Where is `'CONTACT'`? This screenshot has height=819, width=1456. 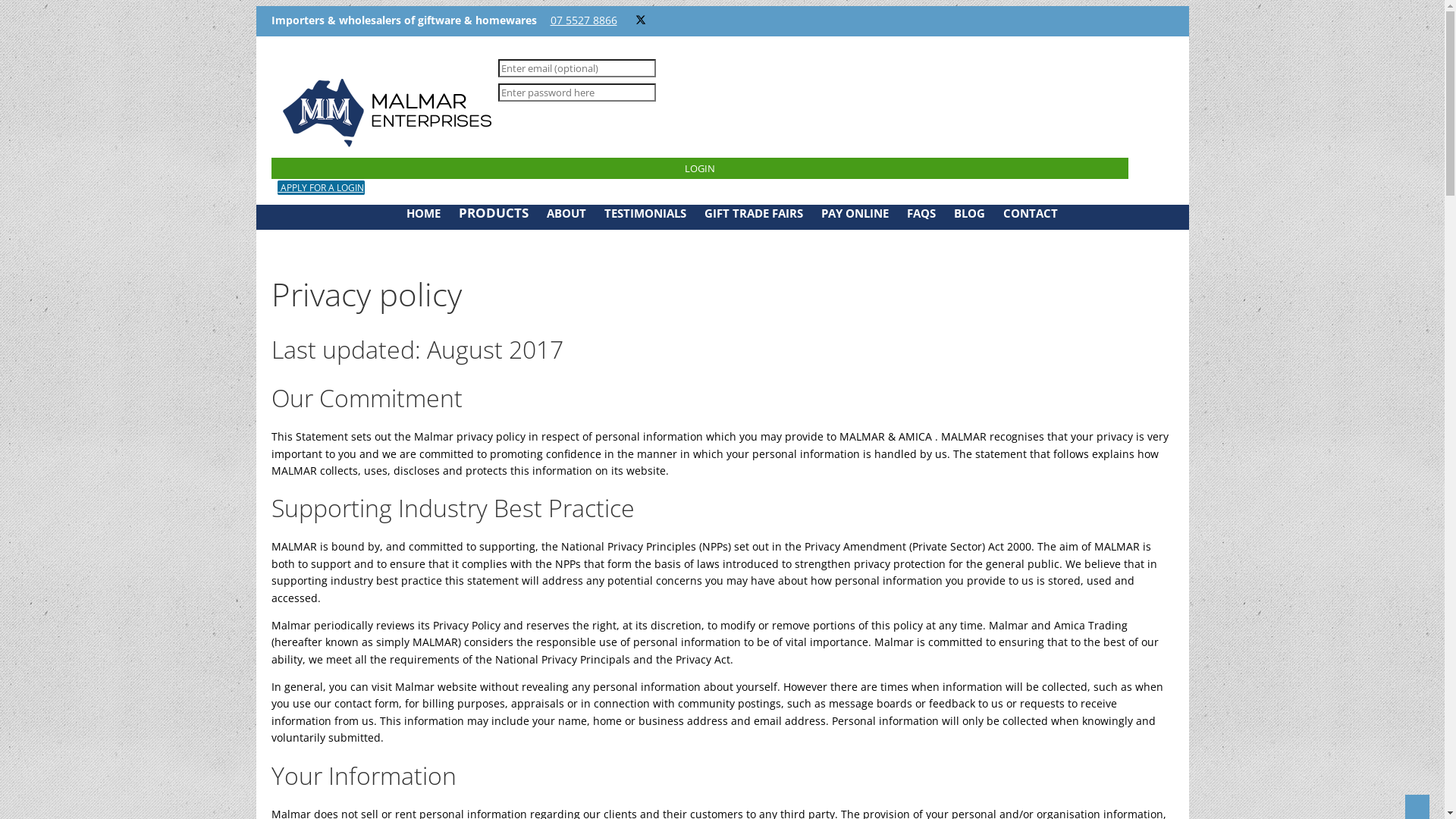
'CONTACT' is located at coordinates (1030, 213).